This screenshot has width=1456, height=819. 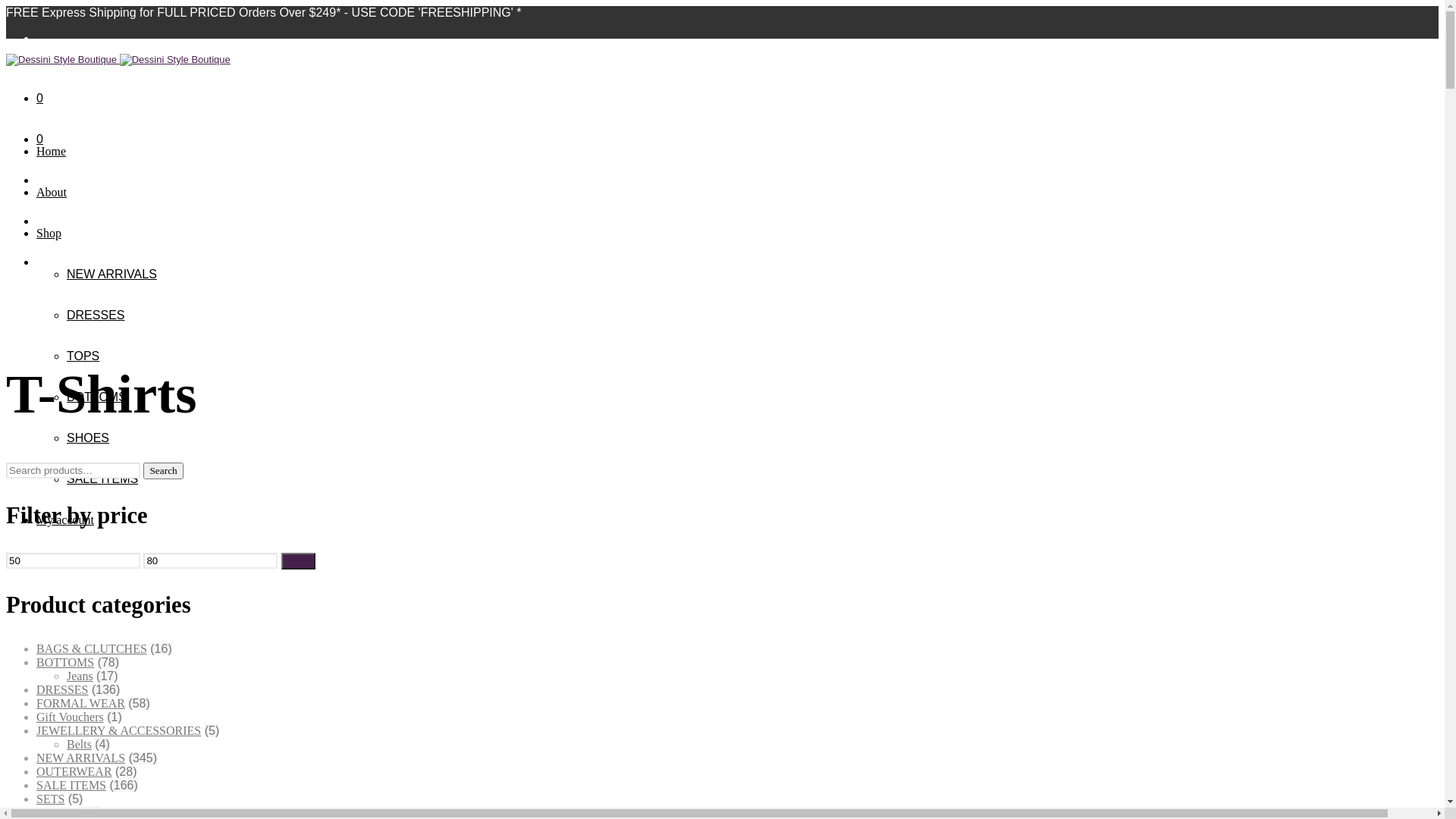 What do you see at coordinates (39, 139) in the screenshot?
I see `'0'` at bounding box center [39, 139].